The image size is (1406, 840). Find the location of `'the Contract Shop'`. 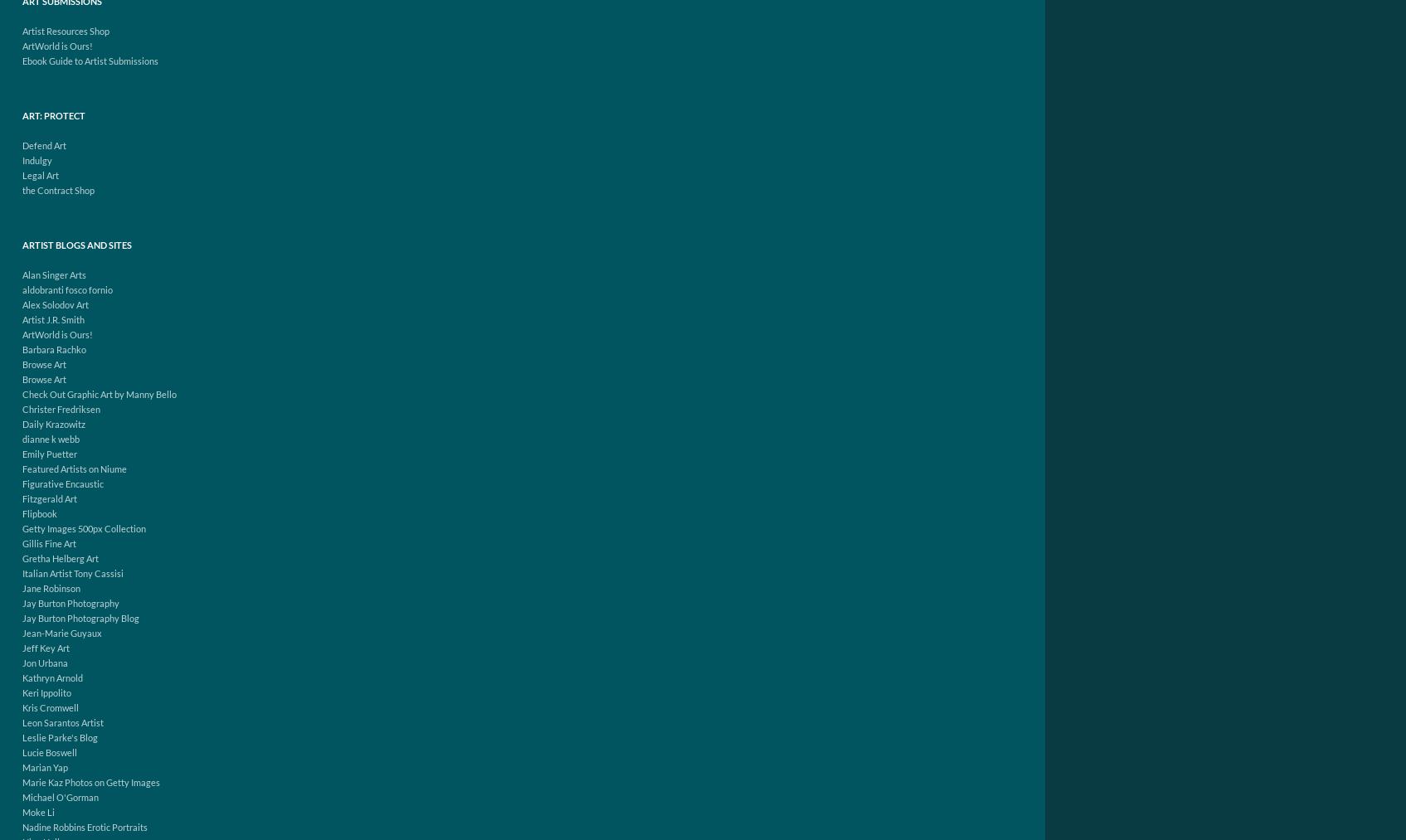

'the Contract Shop' is located at coordinates (57, 189).